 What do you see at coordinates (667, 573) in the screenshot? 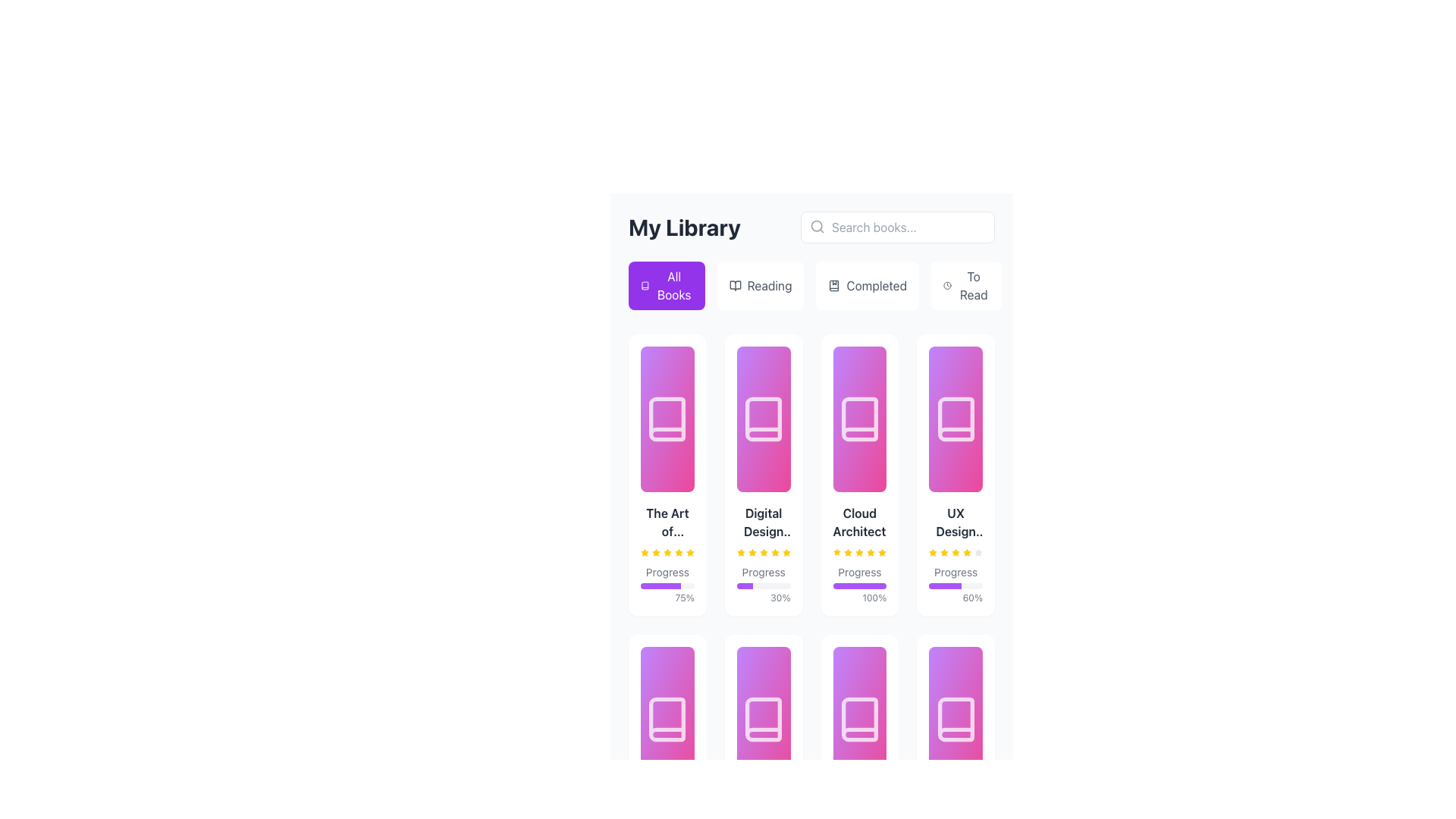
I see `the 'Progress' text label, which displays the text in small gray font above the progress bar in the book detail card for 'The Art of...'` at bounding box center [667, 573].